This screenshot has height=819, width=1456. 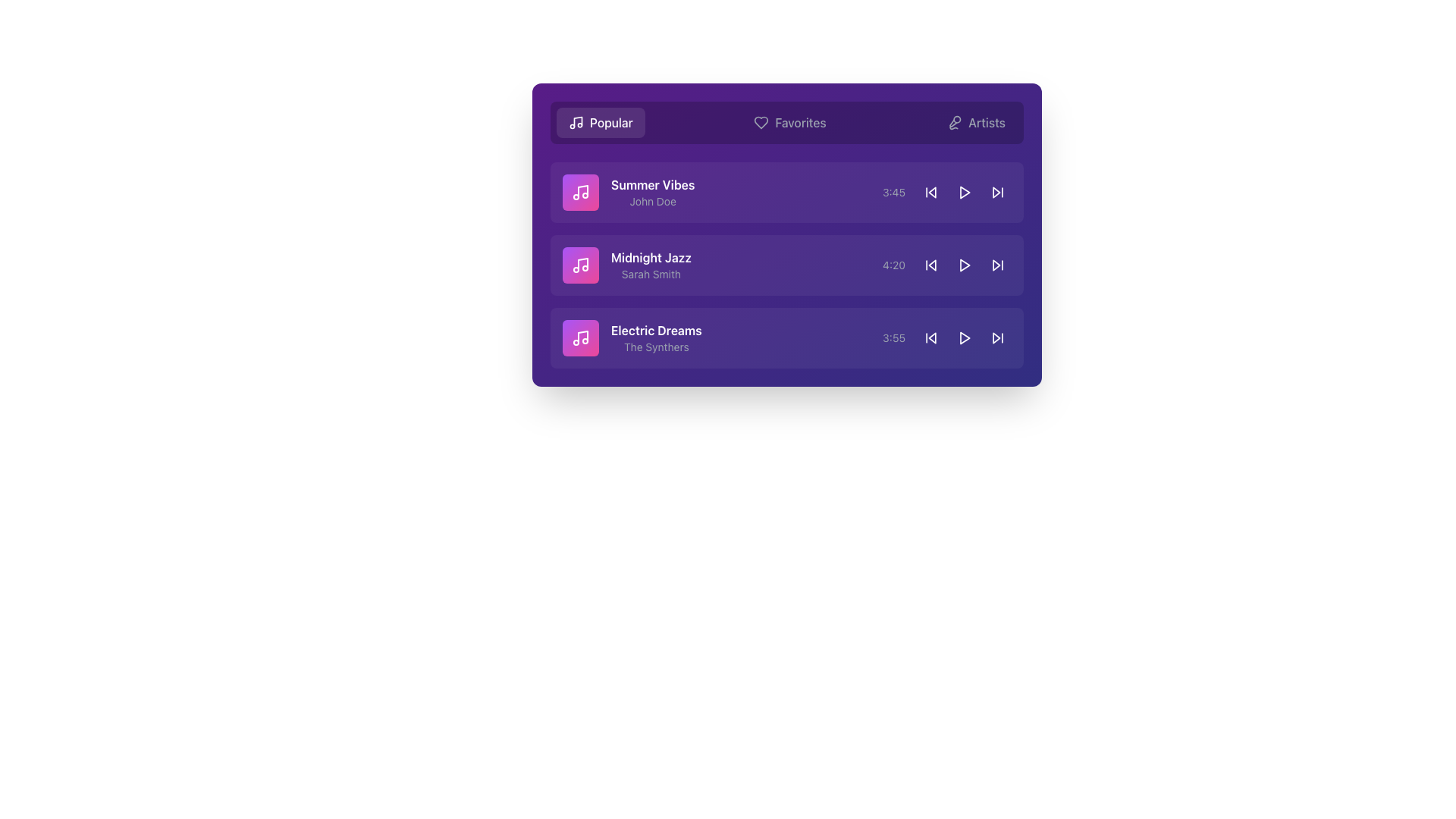 What do you see at coordinates (964, 265) in the screenshot?
I see `the triangular-shaped purple play button located at the rightmost end of the row for the item titled 'Midnight Jazz' by 'Sarah Smith'` at bounding box center [964, 265].